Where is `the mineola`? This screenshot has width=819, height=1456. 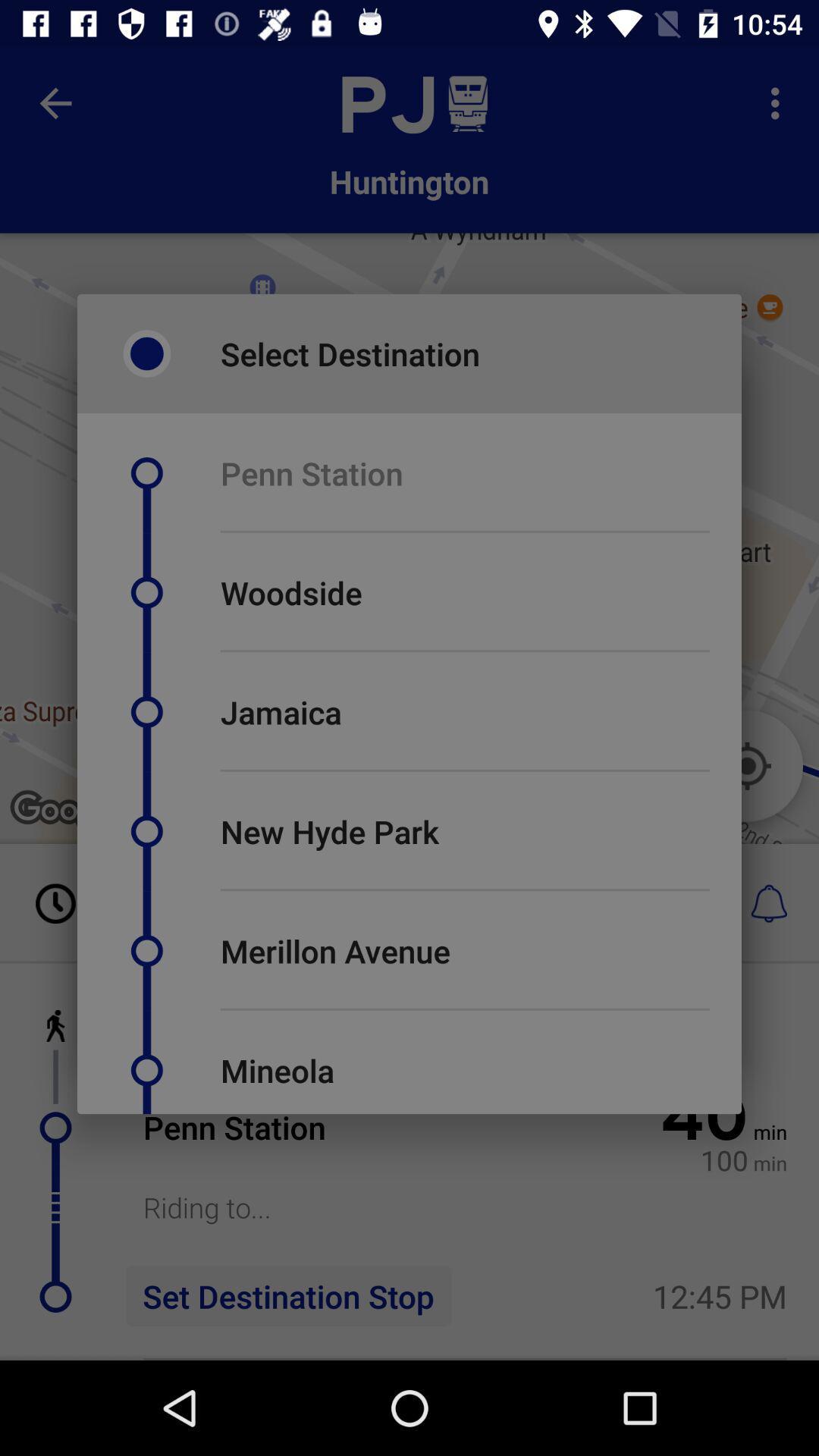
the mineola is located at coordinates (278, 1069).